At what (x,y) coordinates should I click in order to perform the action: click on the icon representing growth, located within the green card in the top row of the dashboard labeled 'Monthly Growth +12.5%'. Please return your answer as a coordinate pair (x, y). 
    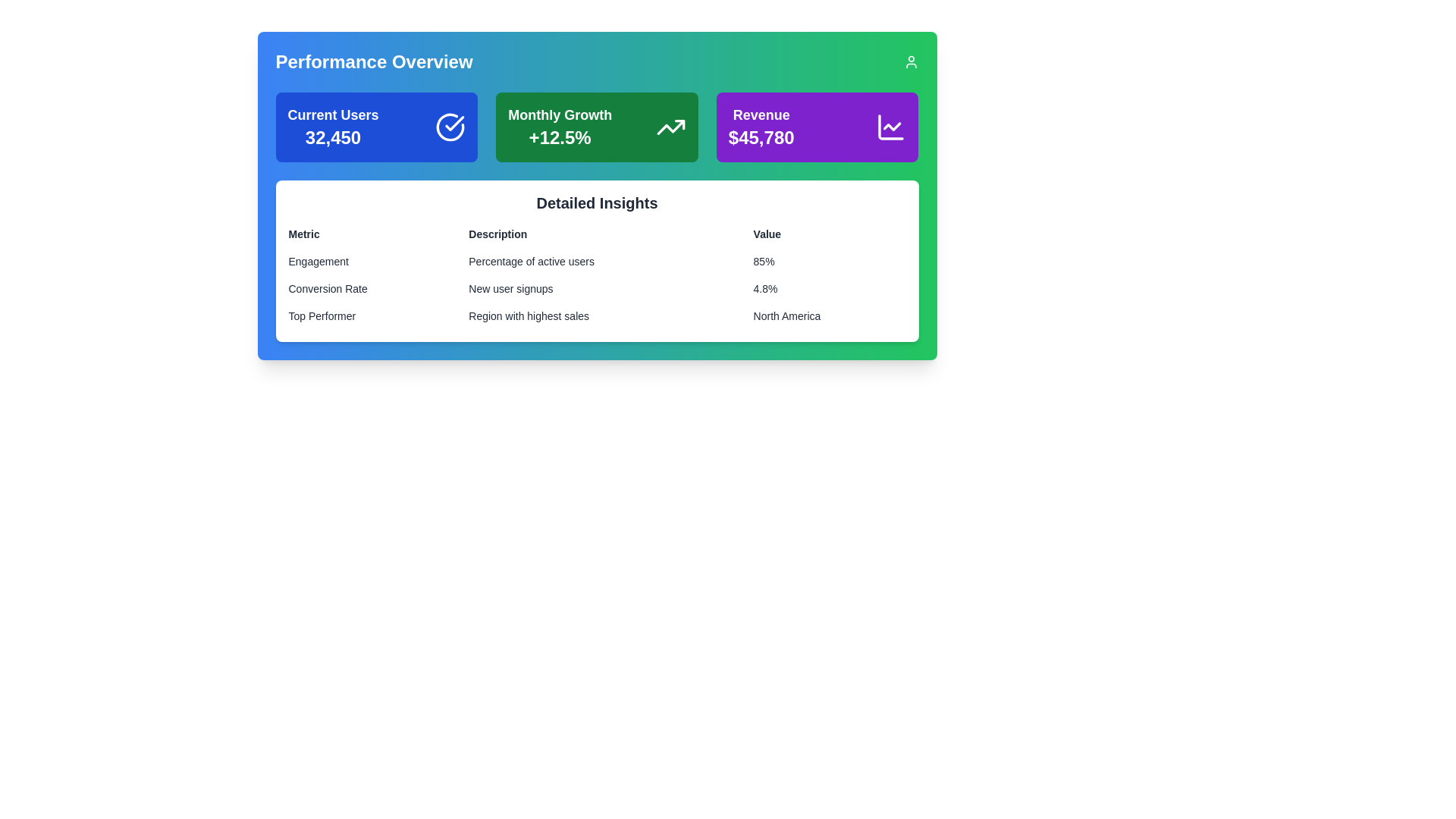
    Looking at the image, I should click on (670, 127).